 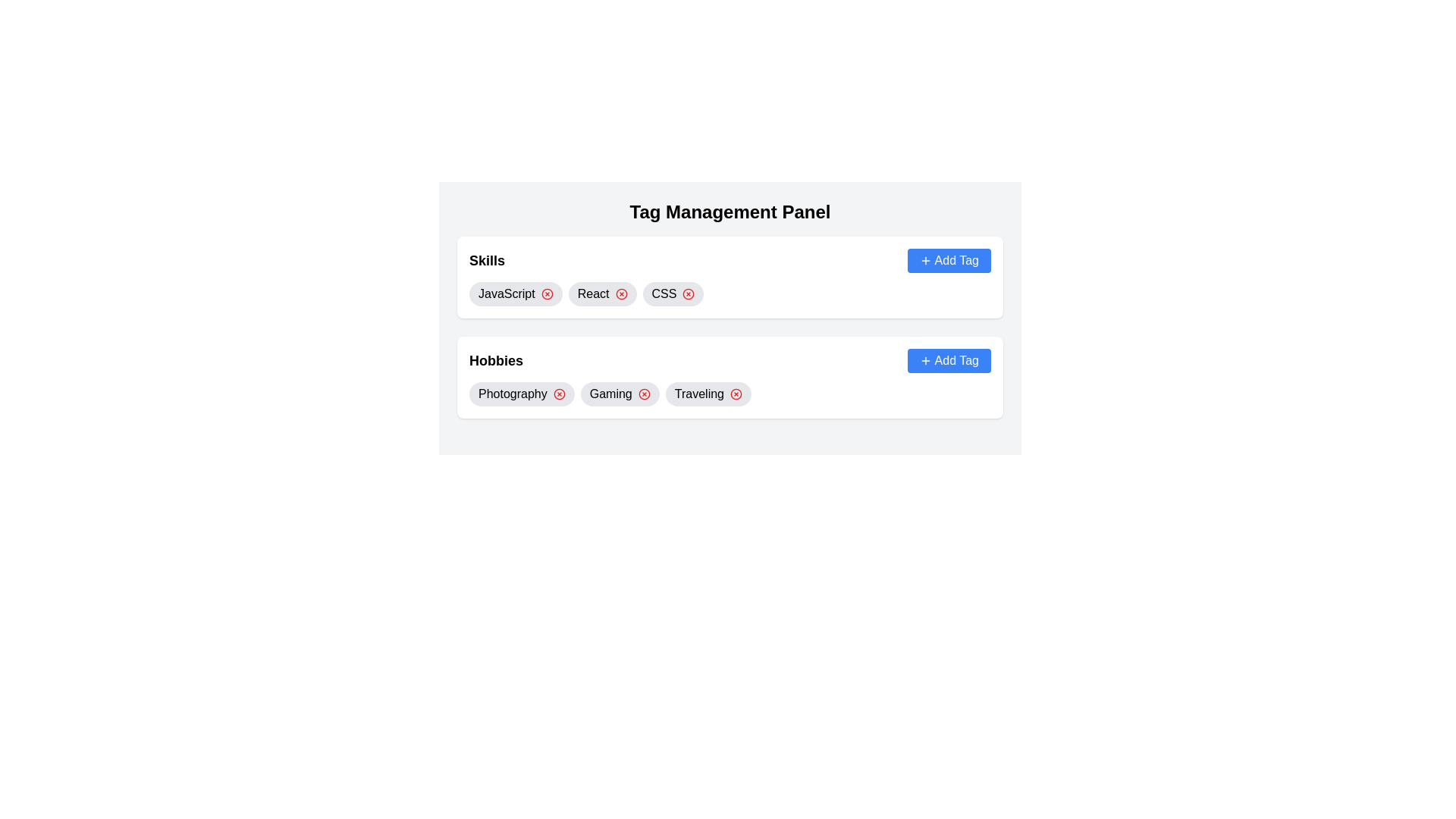 What do you see at coordinates (688, 294) in the screenshot?
I see `the red circular close button with a white 'X' symbol, located at the right end of the 'CSS' tag within the 'Skills' category in the 'Tag Management Panel' to change its visual style` at bounding box center [688, 294].